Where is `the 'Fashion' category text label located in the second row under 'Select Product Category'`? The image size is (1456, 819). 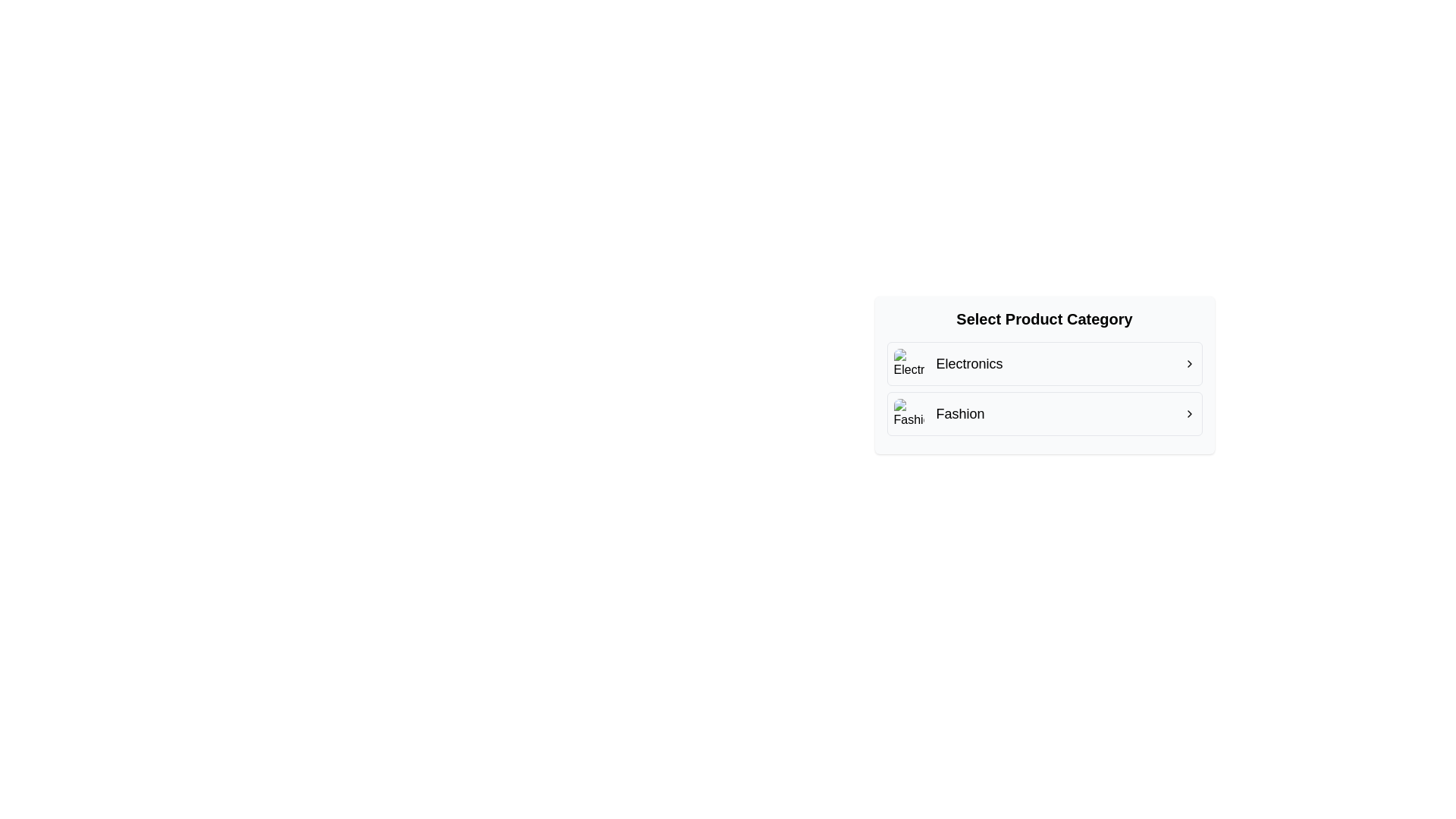
the 'Fashion' category text label located in the second row under 'Select Product Category' is located at coordinates (959, 414).